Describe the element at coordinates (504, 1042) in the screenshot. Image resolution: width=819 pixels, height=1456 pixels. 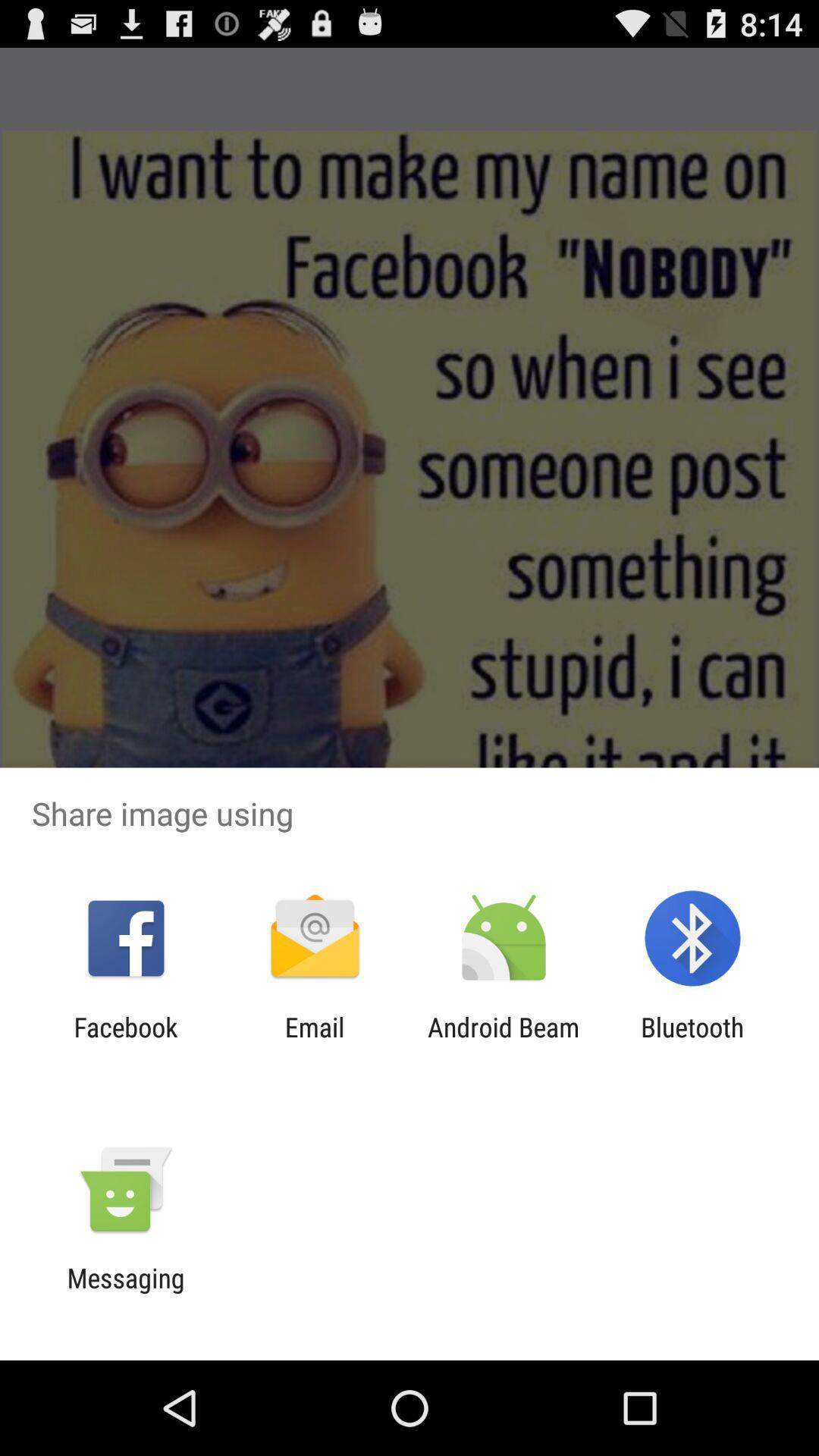
I see `item to the left of the bluetooth item` at that location.